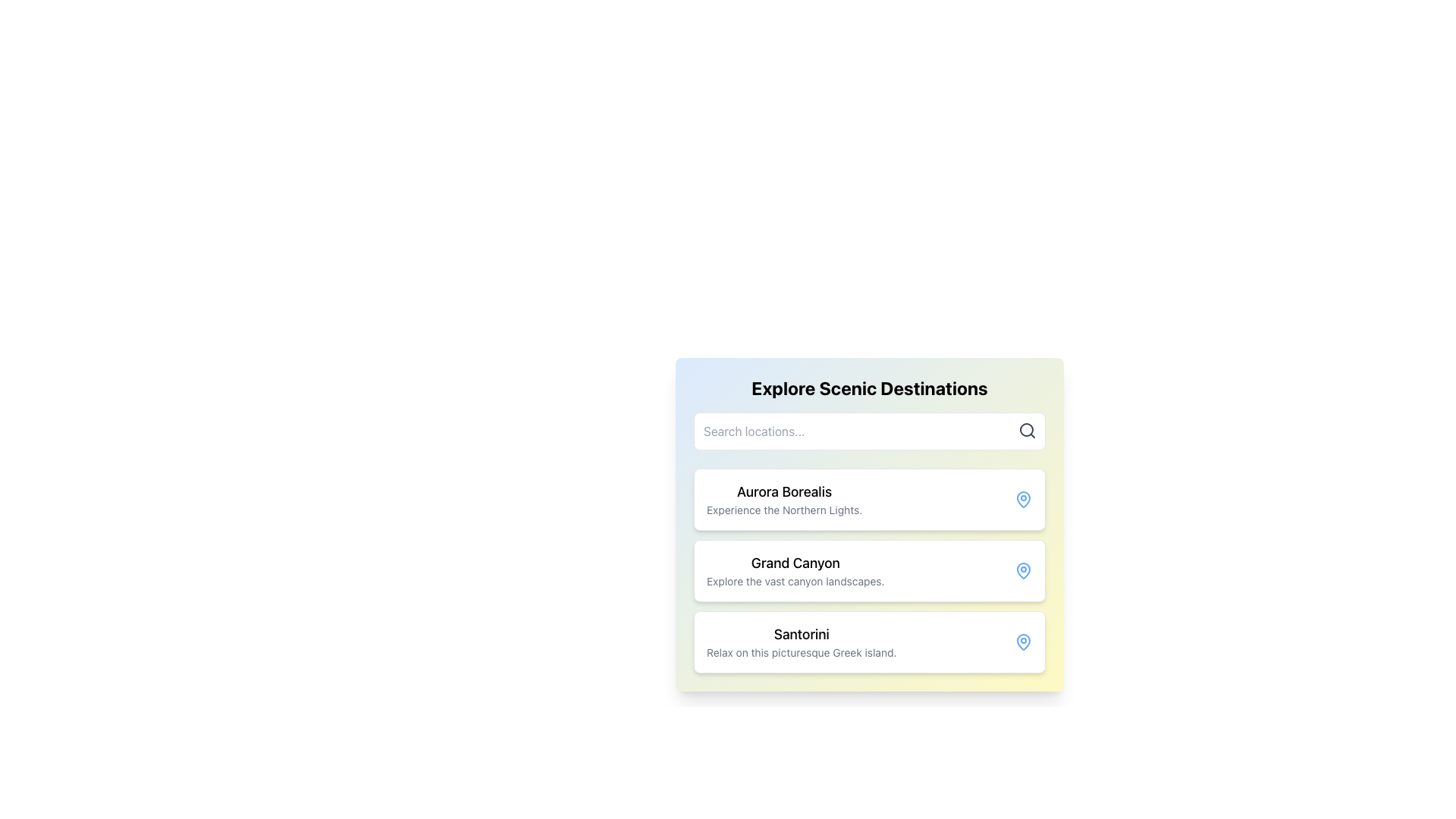 Image resolution: width=1456 pixels, height=819 pixels. I want to click on the blue pin marker SVG element located to the right of the text 'Grand Canyon' in the third list item of the 'Explore Scenic Destinations' menu, so click(1023, 570).